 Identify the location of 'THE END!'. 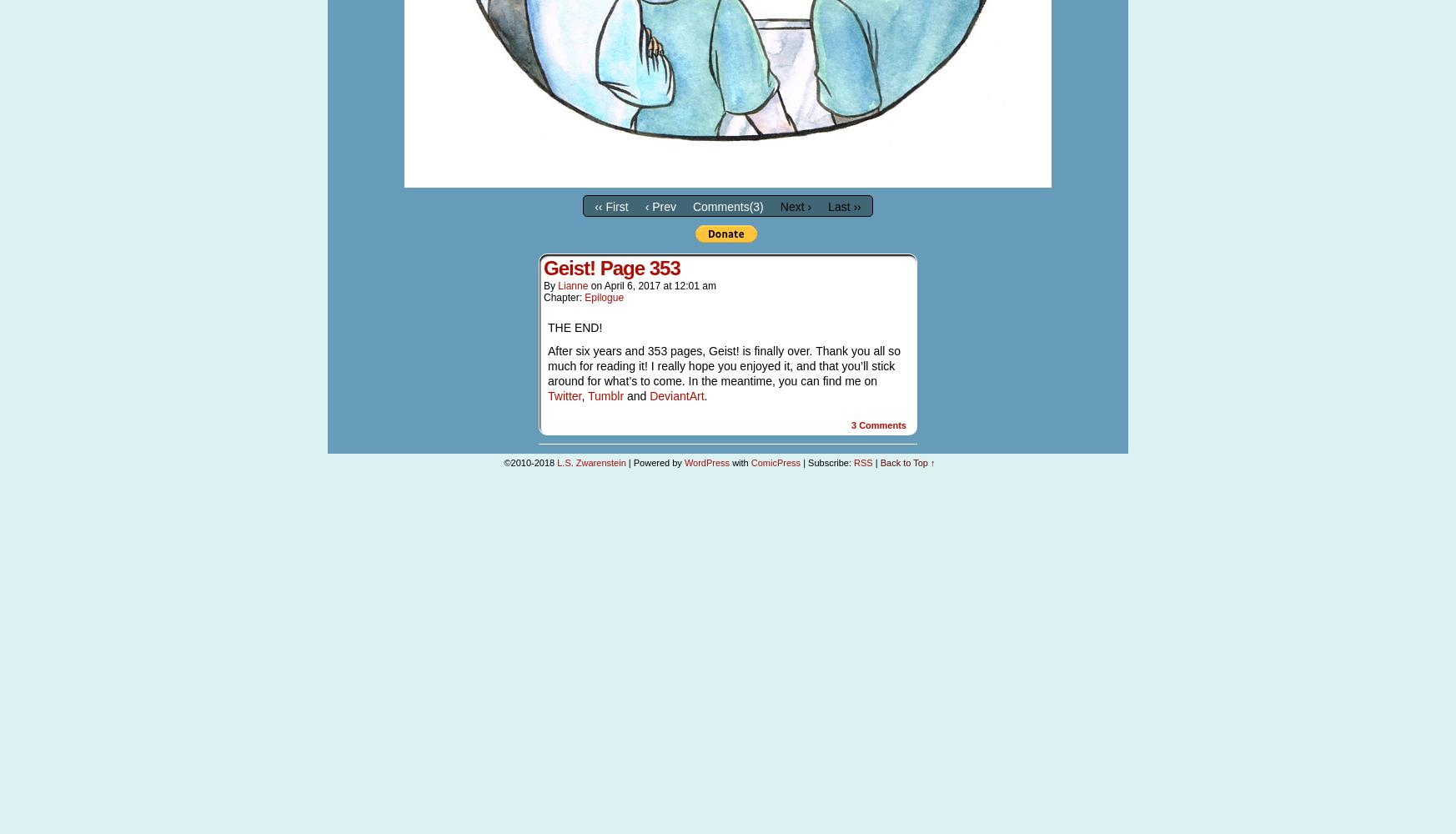
(548, 327).